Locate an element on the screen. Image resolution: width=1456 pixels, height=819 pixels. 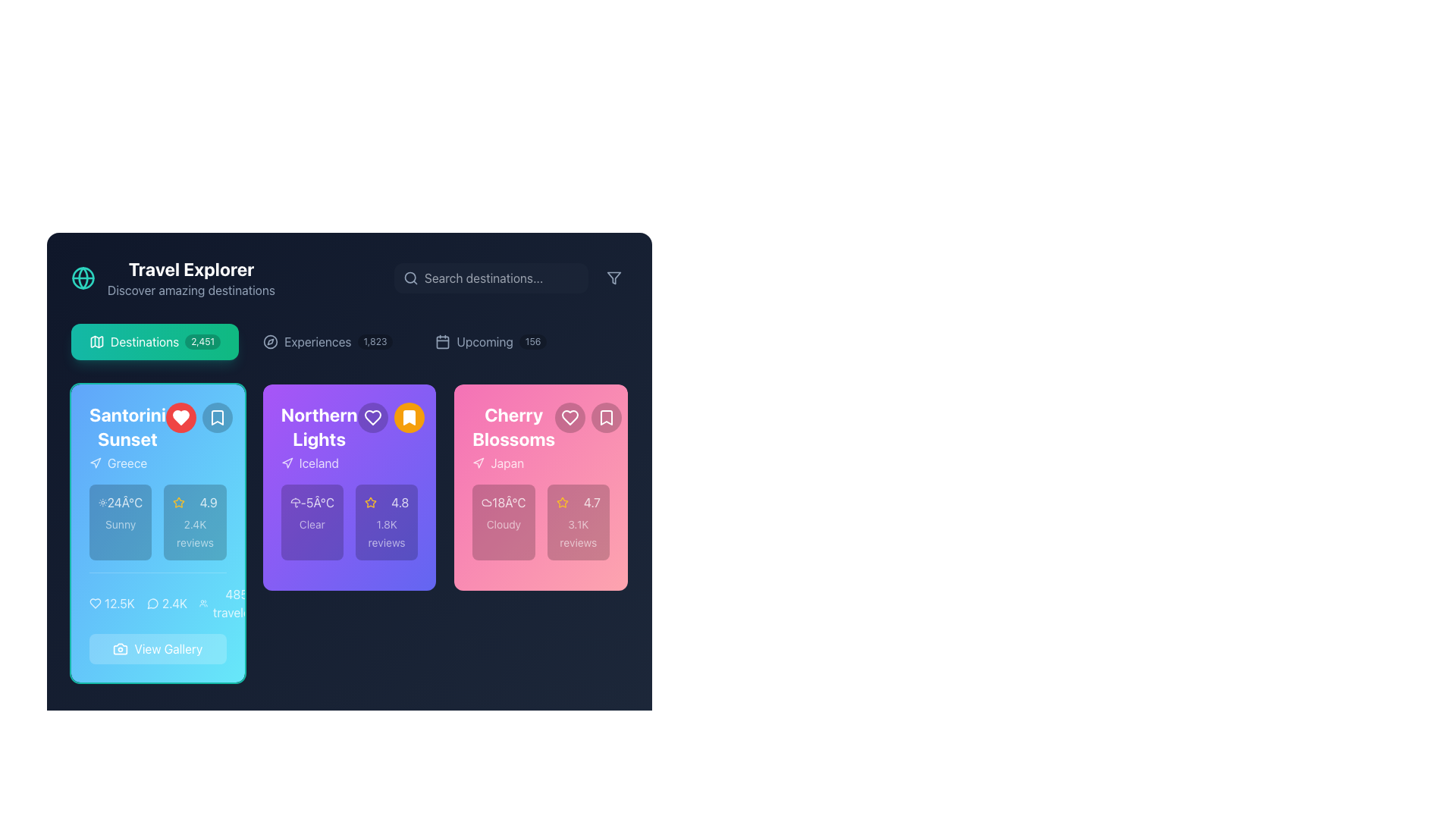
the weather and review details section of the 'Santorini Sunset' card, which is located in the first column of the cards grid, positioned in the middle of the card beneath the title is located at coordinates (158, 522).